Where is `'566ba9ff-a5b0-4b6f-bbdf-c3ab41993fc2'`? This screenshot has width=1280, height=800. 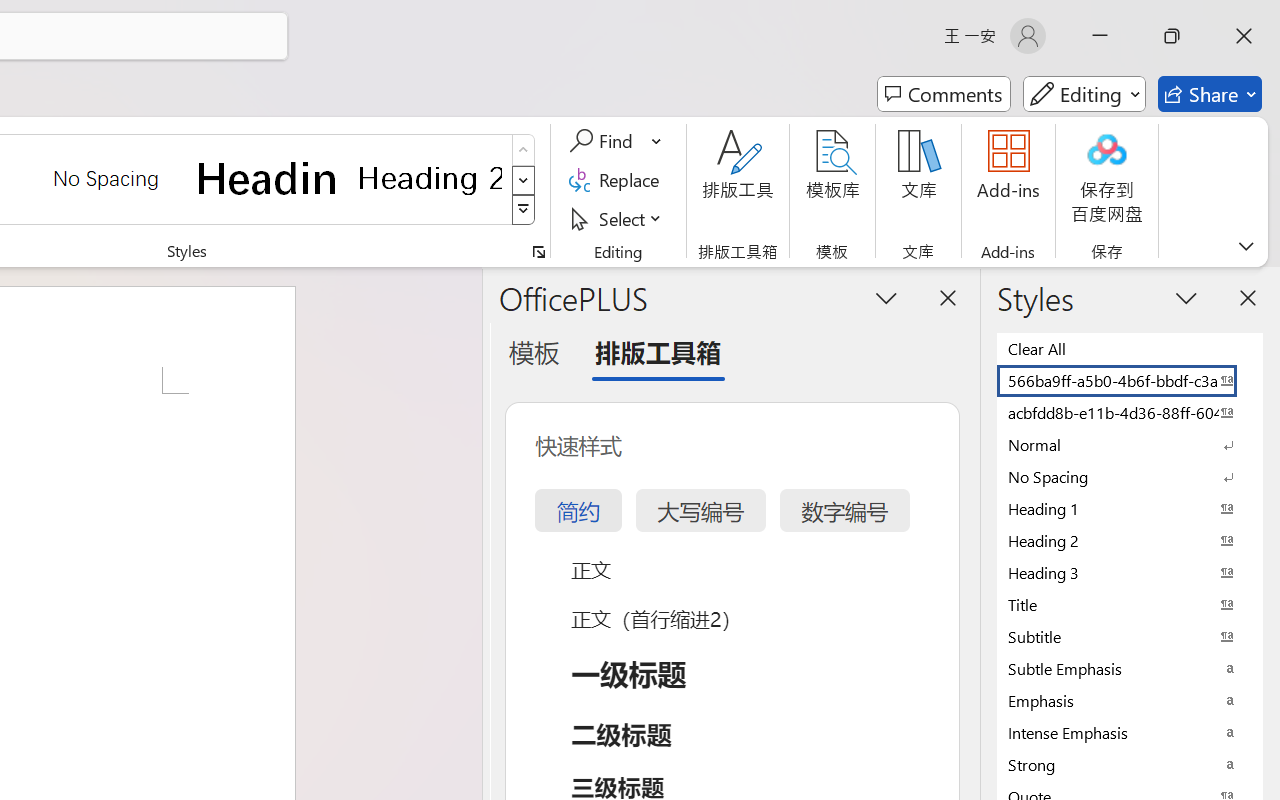
'566ba9ff-a5b0-4b6f-bbdf-c3ab41993fc2' is located at coordinates (1130, 379).